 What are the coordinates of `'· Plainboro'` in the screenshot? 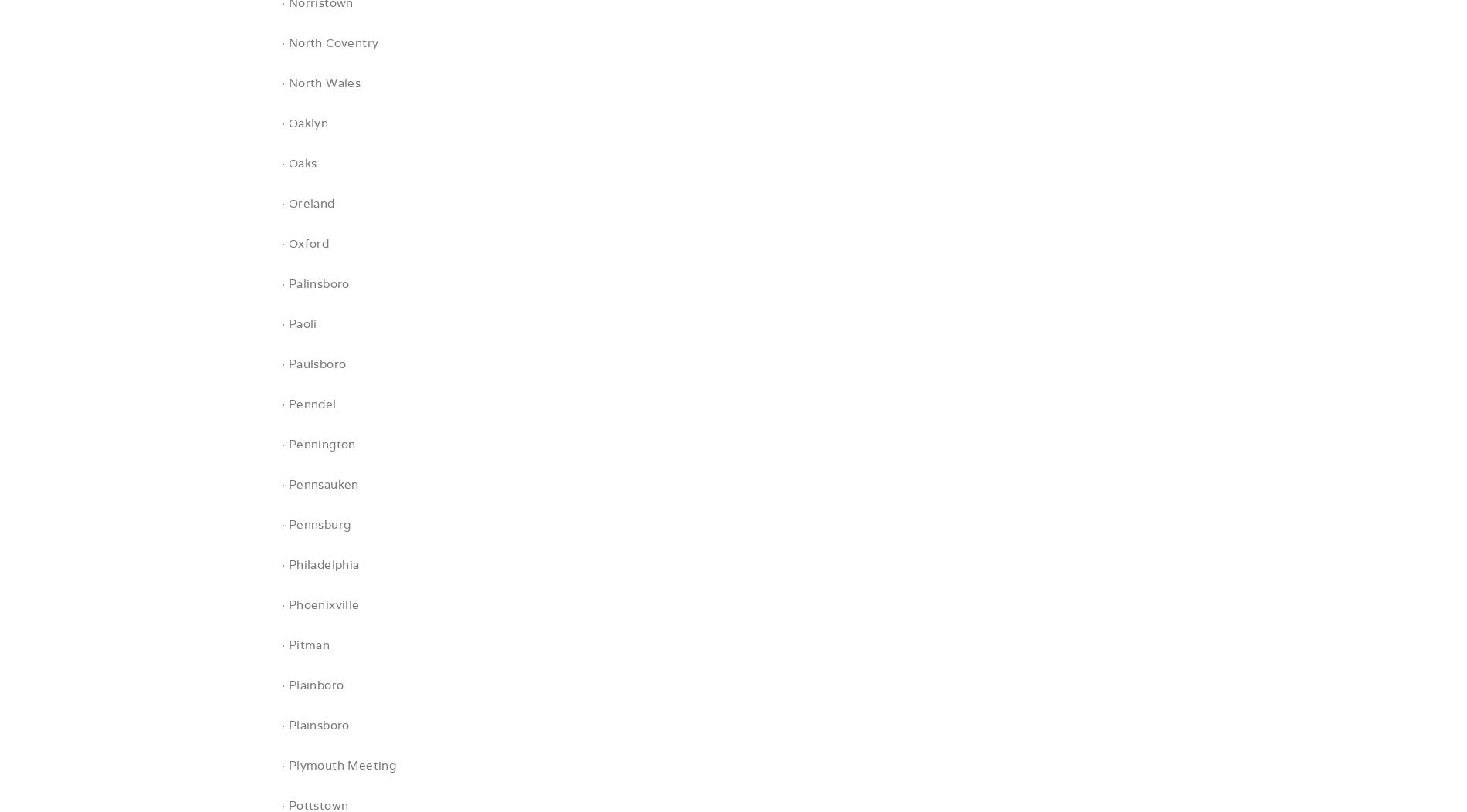 It's located at (312, 685).